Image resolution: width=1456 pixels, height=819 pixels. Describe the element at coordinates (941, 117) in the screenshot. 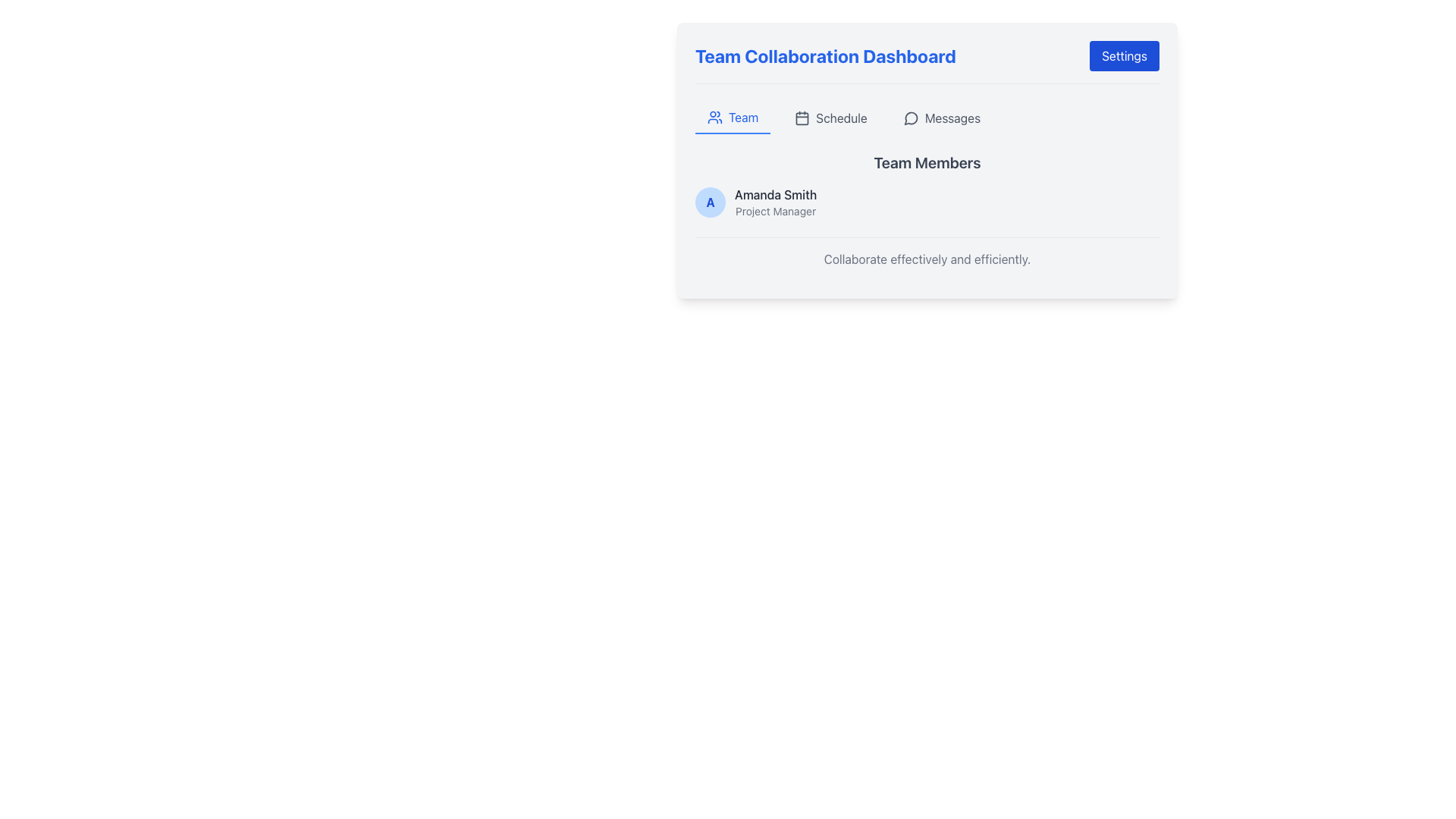

I see `the 'Messages' button, which is the third clickable item among 'Team', 'Schedule', and 'Messages' located near the top center of the interface` at that location.